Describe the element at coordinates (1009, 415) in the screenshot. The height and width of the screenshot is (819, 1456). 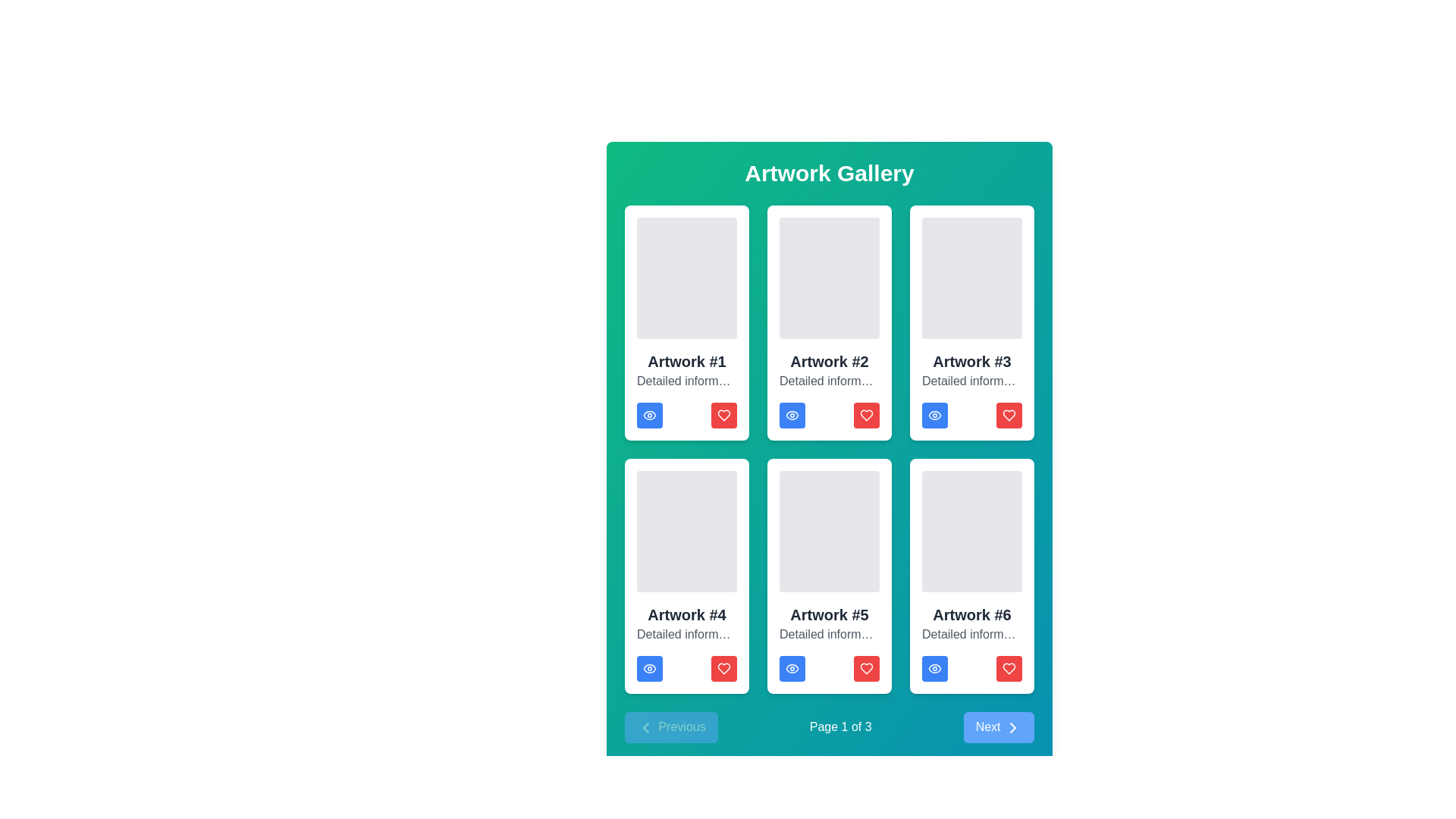
I see `the favorite button icon located in the bottom-right corner of the 'Artwork #3' card` at that location.